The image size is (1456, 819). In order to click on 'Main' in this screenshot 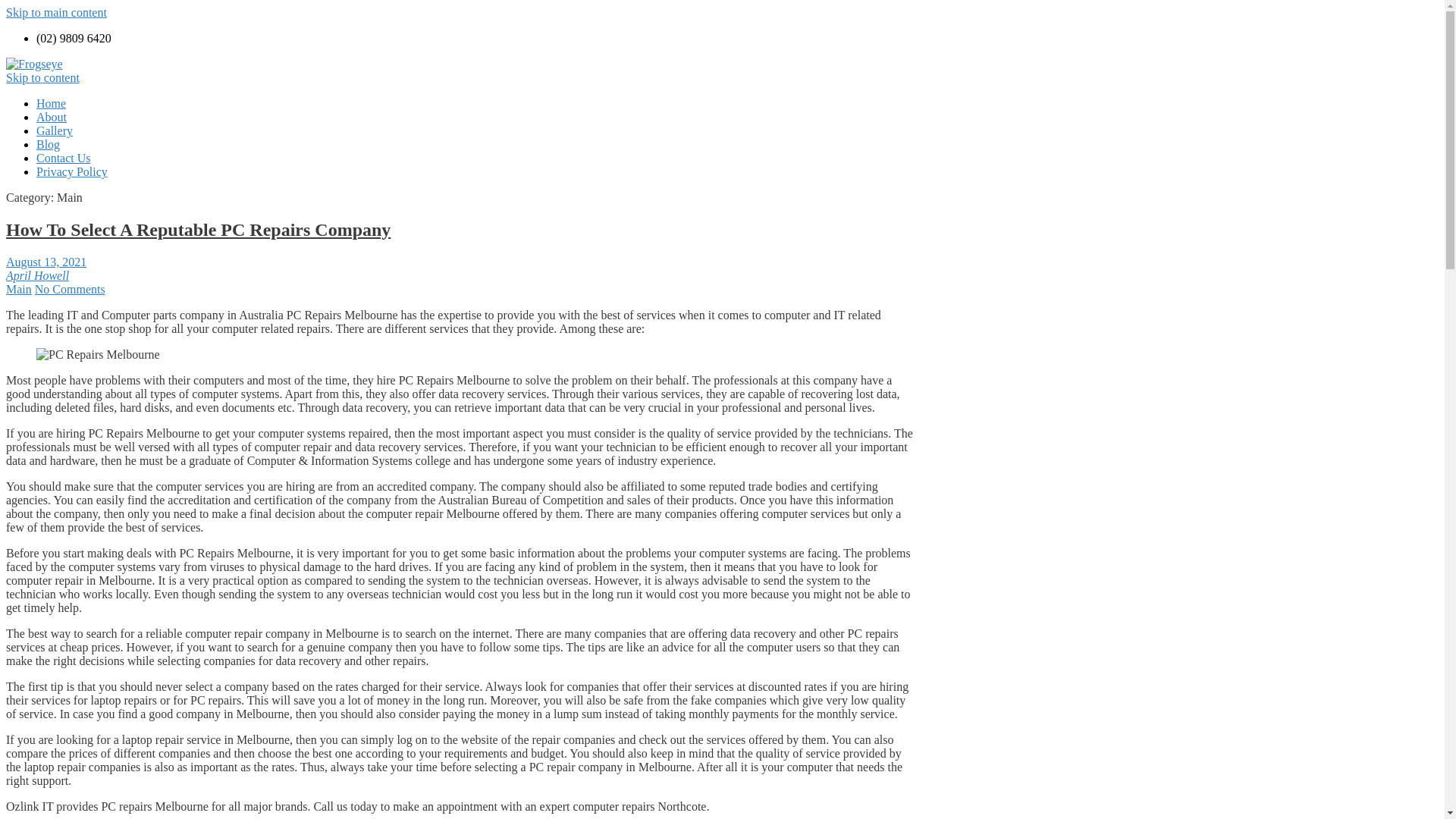, I will do `click(18, 289)`.